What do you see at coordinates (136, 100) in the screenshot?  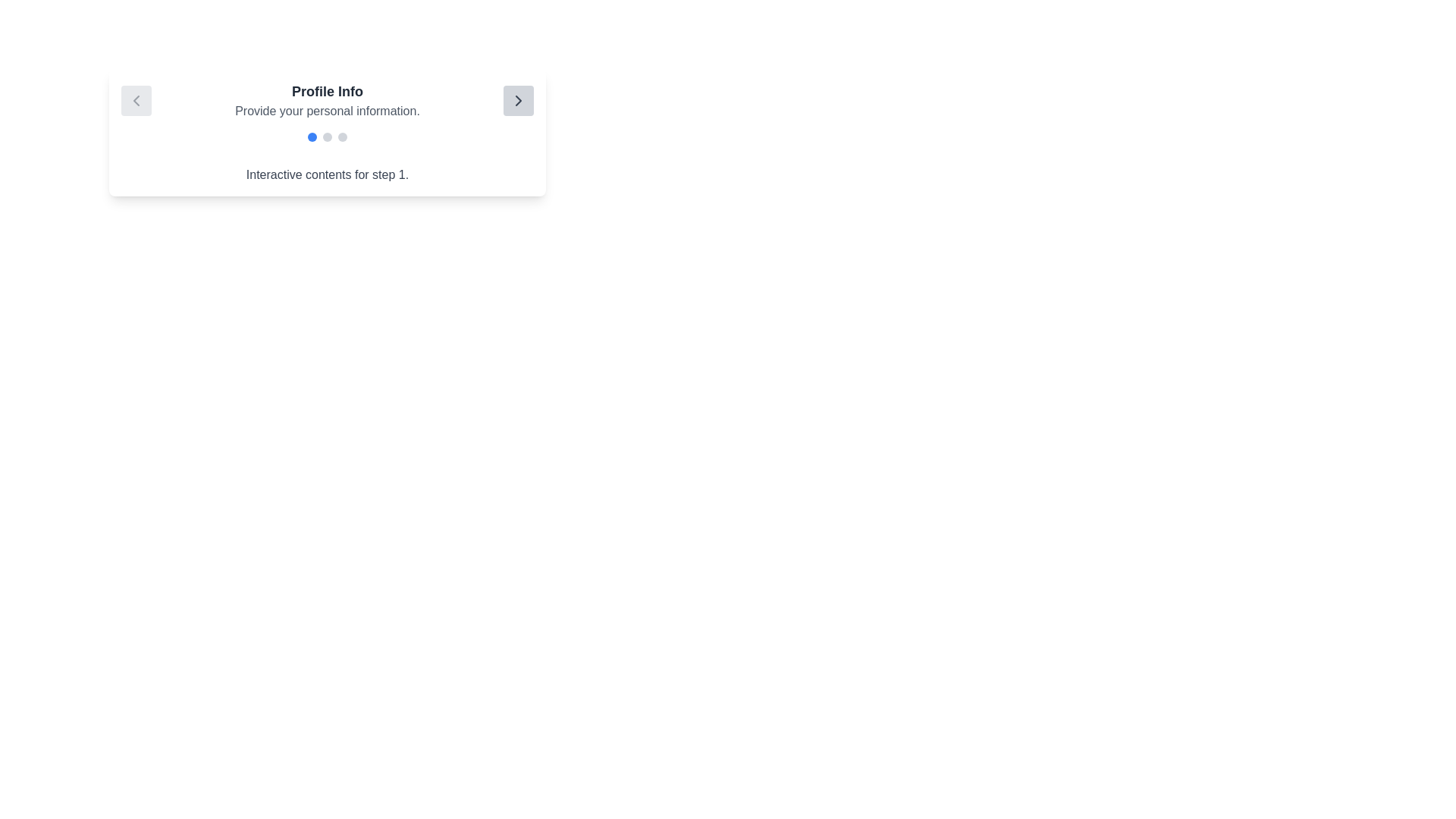 I see `the chevron icon embedded in the button located in the upper-left corner of the 'Profile Info' card` at bounding box center [136, 100].